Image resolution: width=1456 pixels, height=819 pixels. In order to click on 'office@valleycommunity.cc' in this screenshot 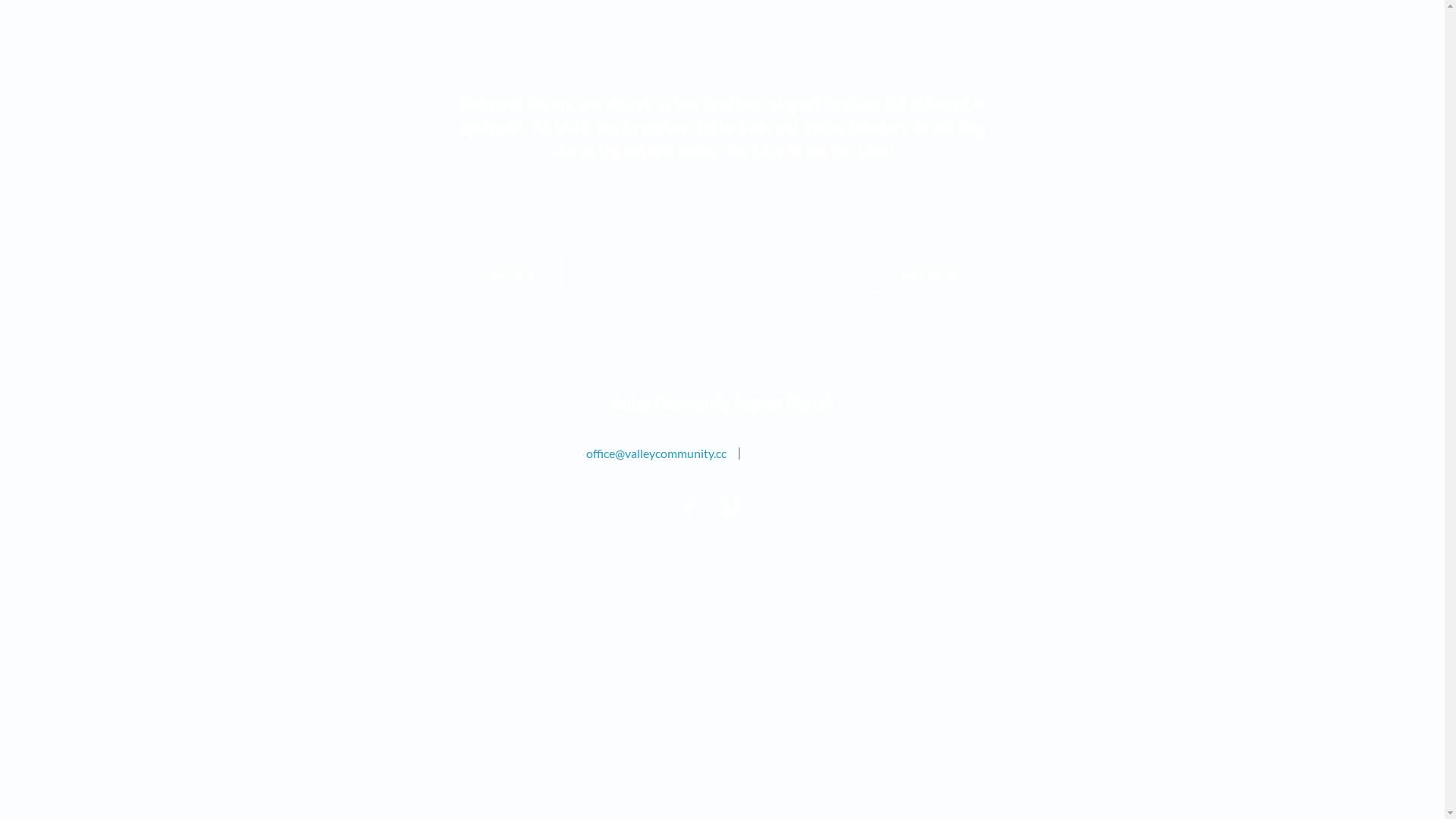, I will do `click(585, 452)`.